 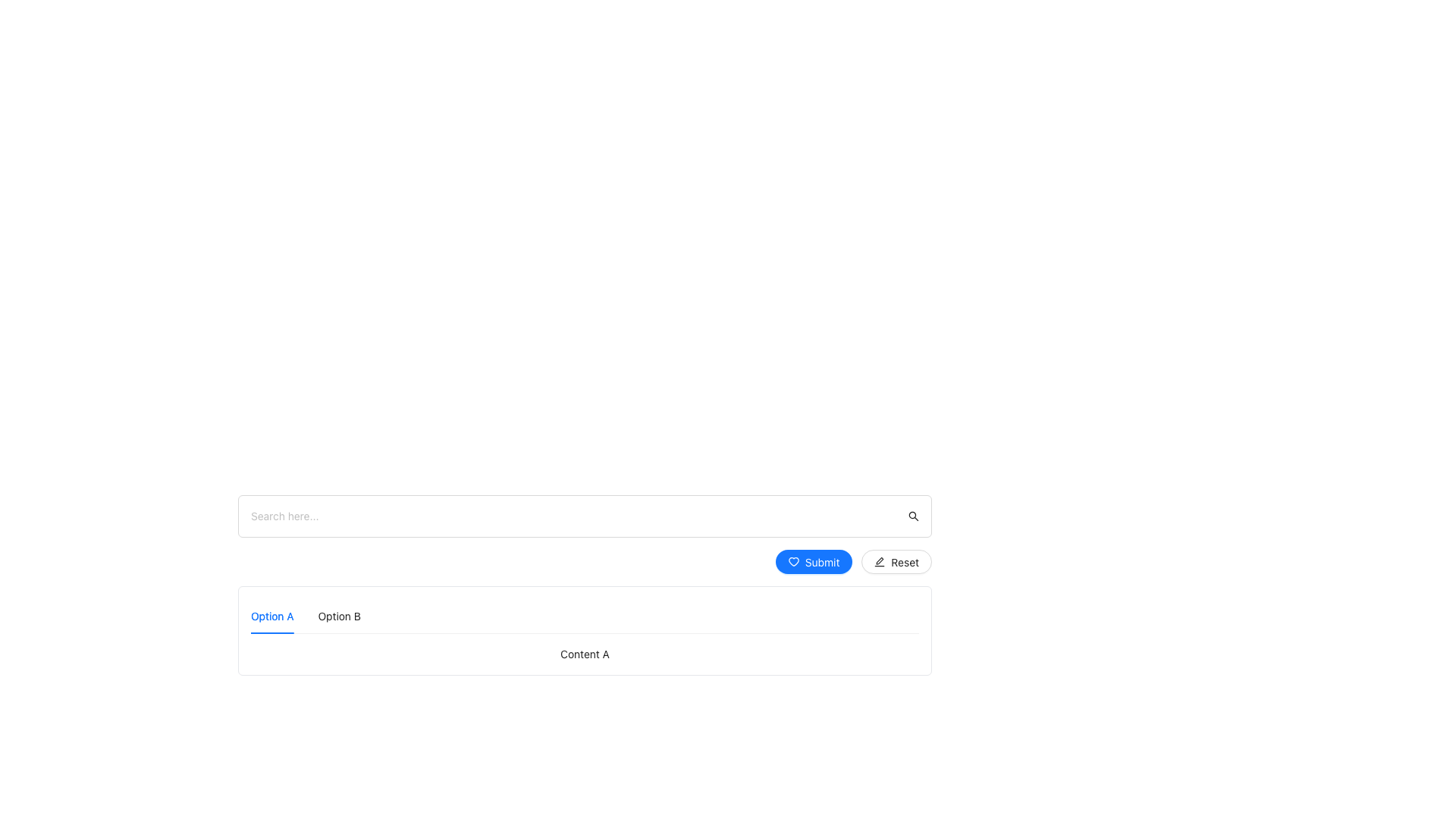 What do you see at coordinates (896, 561) in the screenshot?
I see `the reset button located to the right of the blue 'Submit' button` at bounding box center [896, 561].